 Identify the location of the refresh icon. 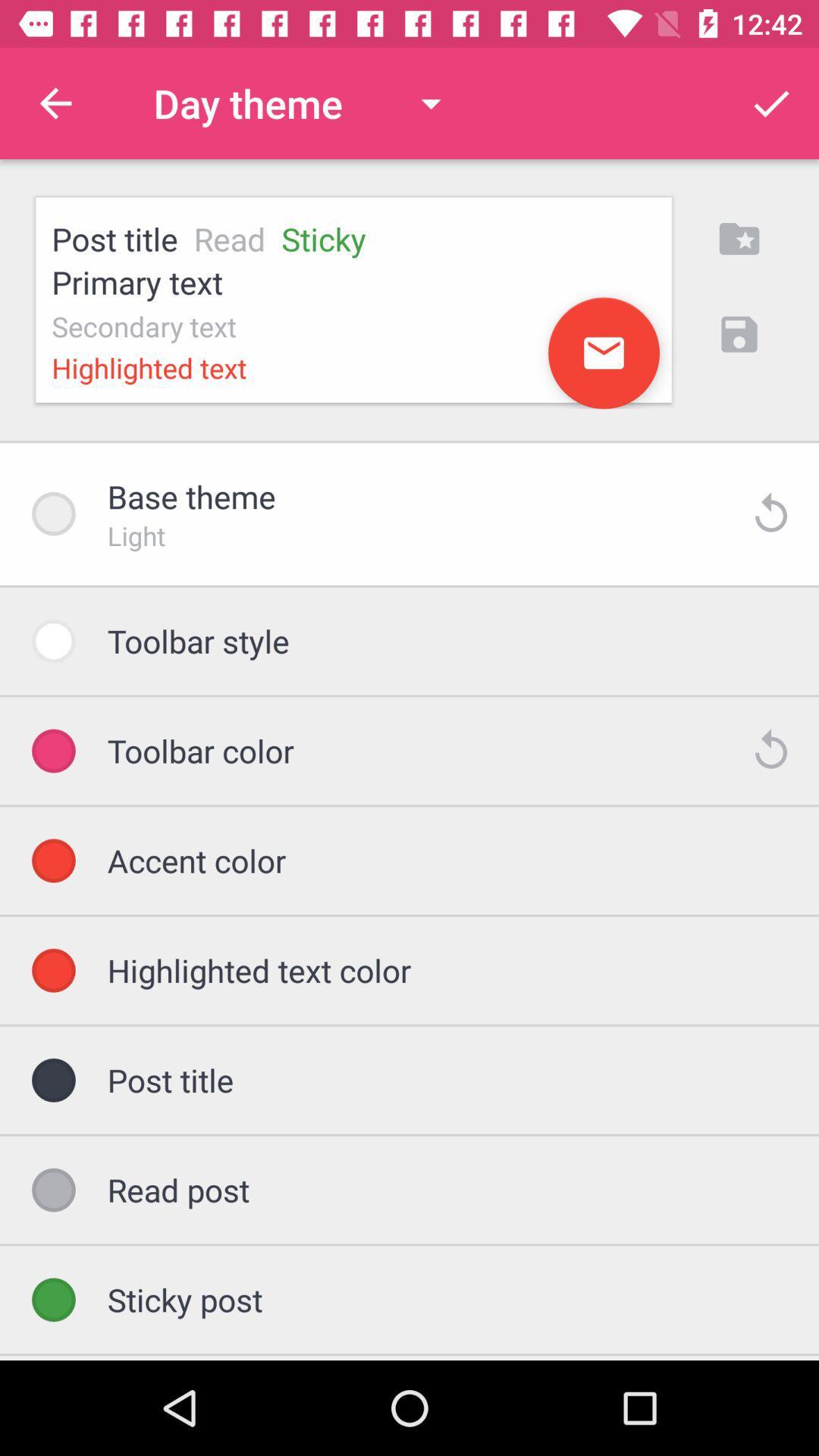
(771, 750).